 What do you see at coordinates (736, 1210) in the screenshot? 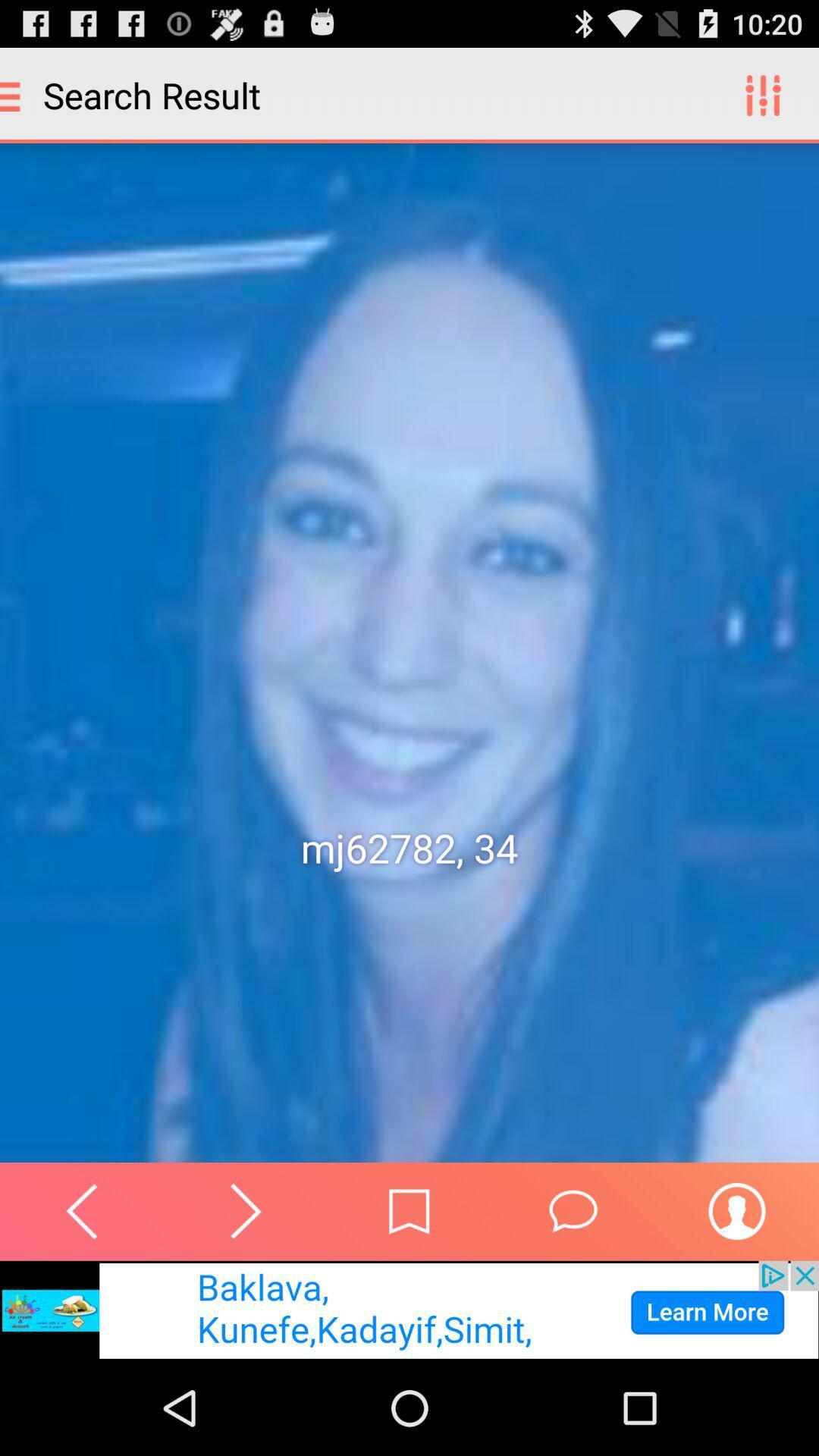
I see `open profile` at bounding box center [736, 1210].